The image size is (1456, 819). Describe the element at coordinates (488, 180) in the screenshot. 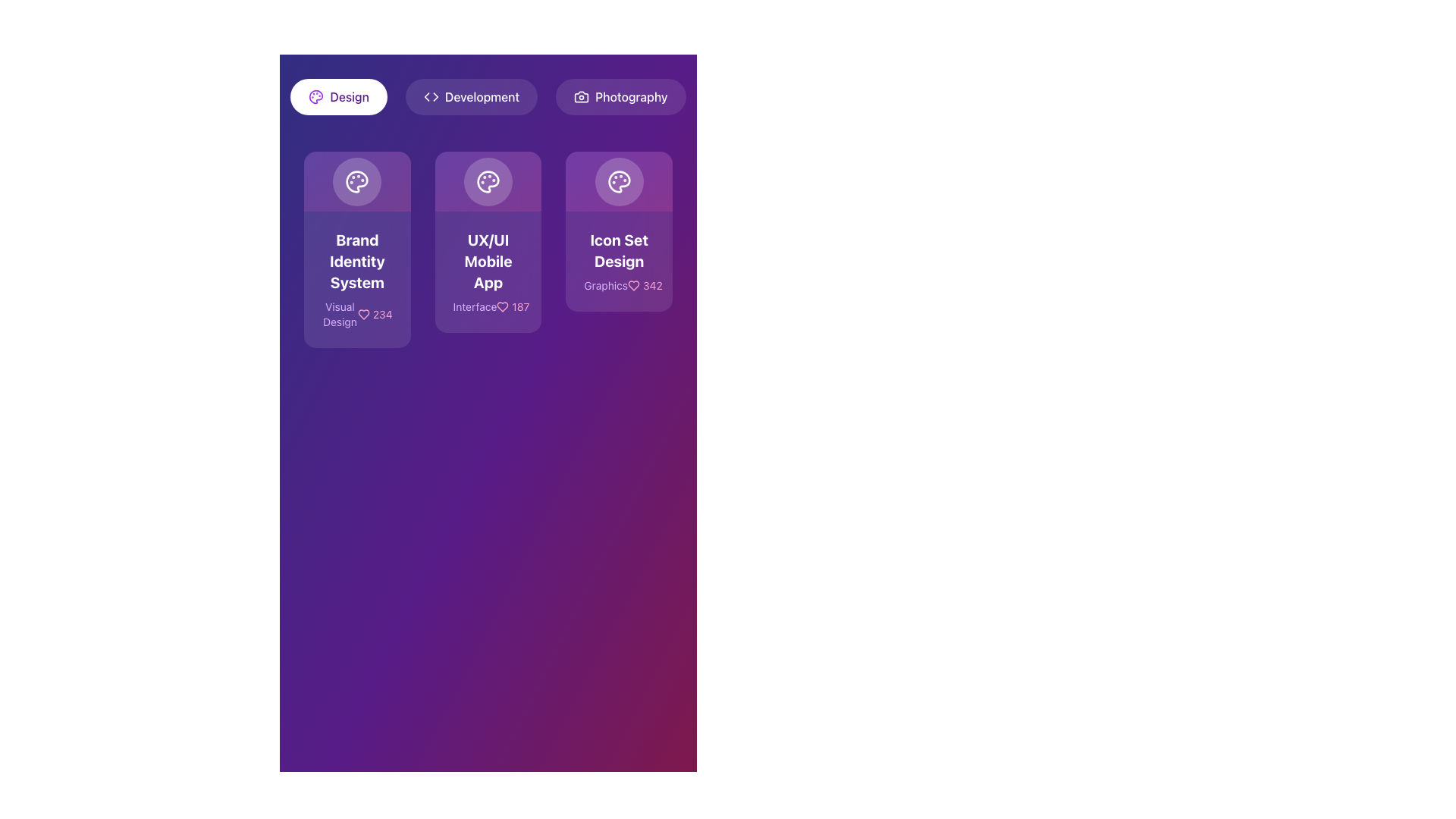

I see `the circular icon button featuring a palette icon with paint patches, centrally located in the 'UX/UI Mobile App' card` at that location.